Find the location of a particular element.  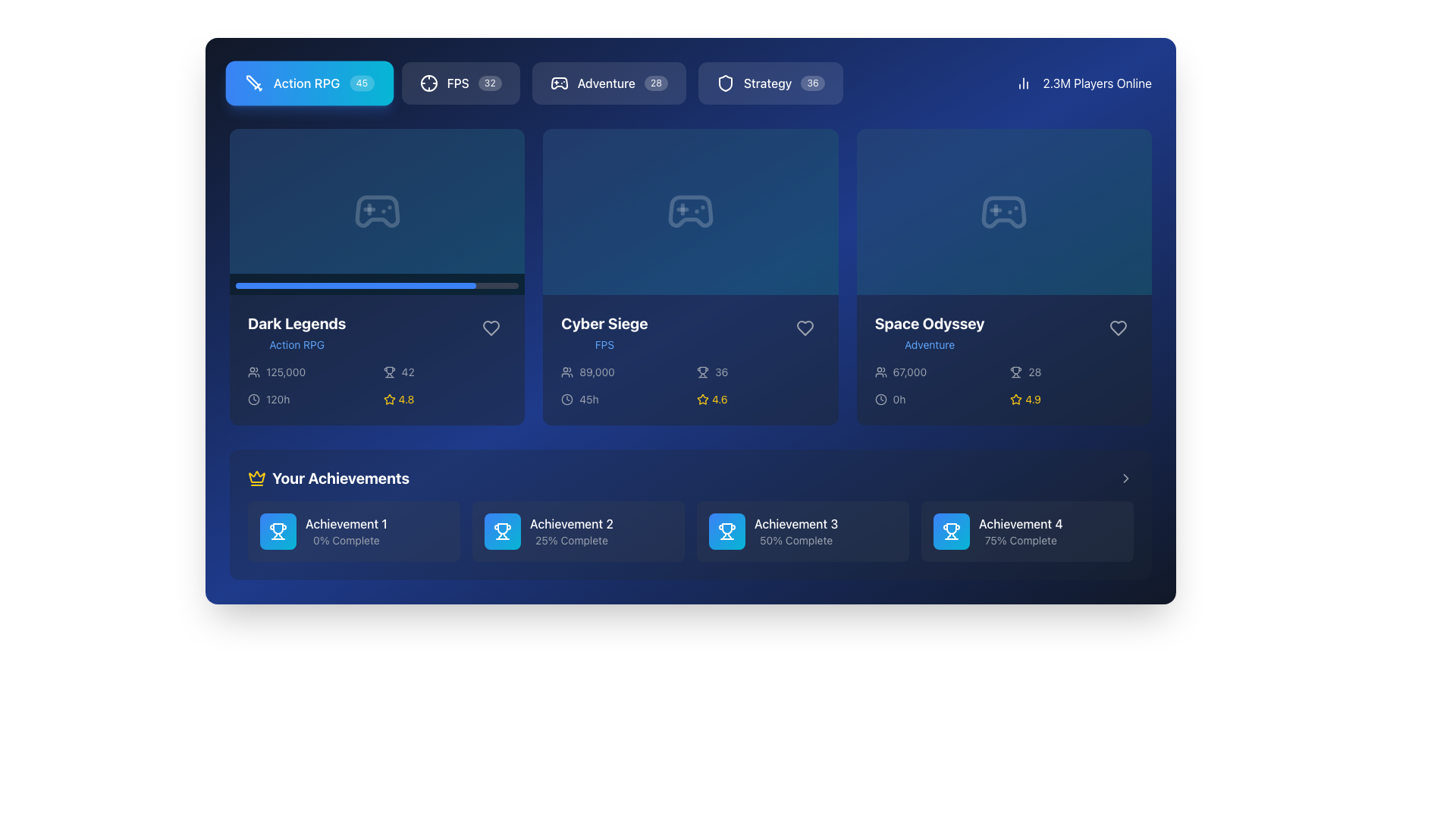

the static text displaying the number '42' that is located under the trophy icon in the 'Dark Legends' card is located at coordinates (408, 372).